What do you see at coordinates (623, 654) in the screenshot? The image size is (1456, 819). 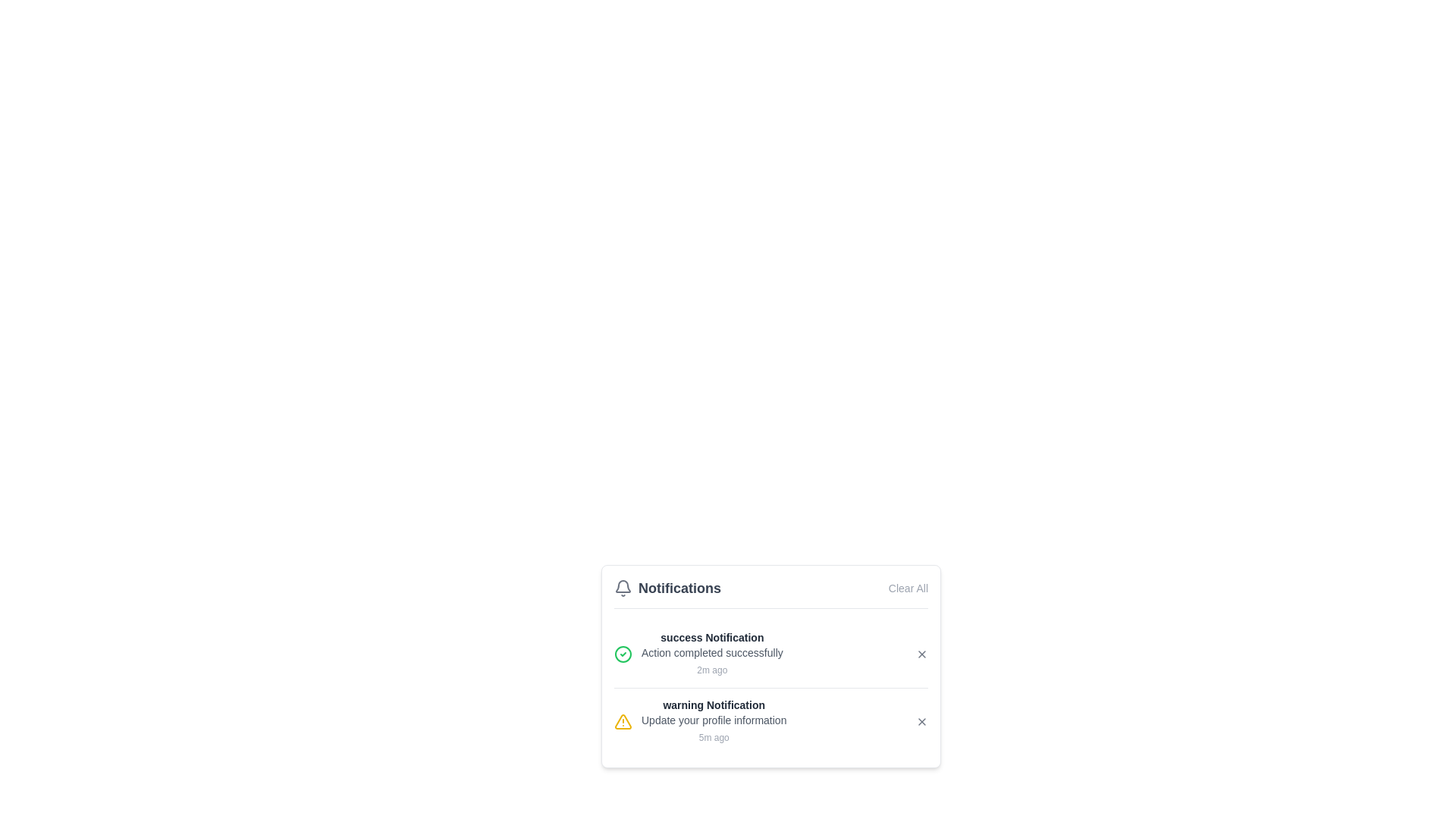 I see `the circular icon with a green border and a checkmark inside, which indicates successful completion, located in the notification card next to the 'success Notification' text` at bounding box center [623, 654].